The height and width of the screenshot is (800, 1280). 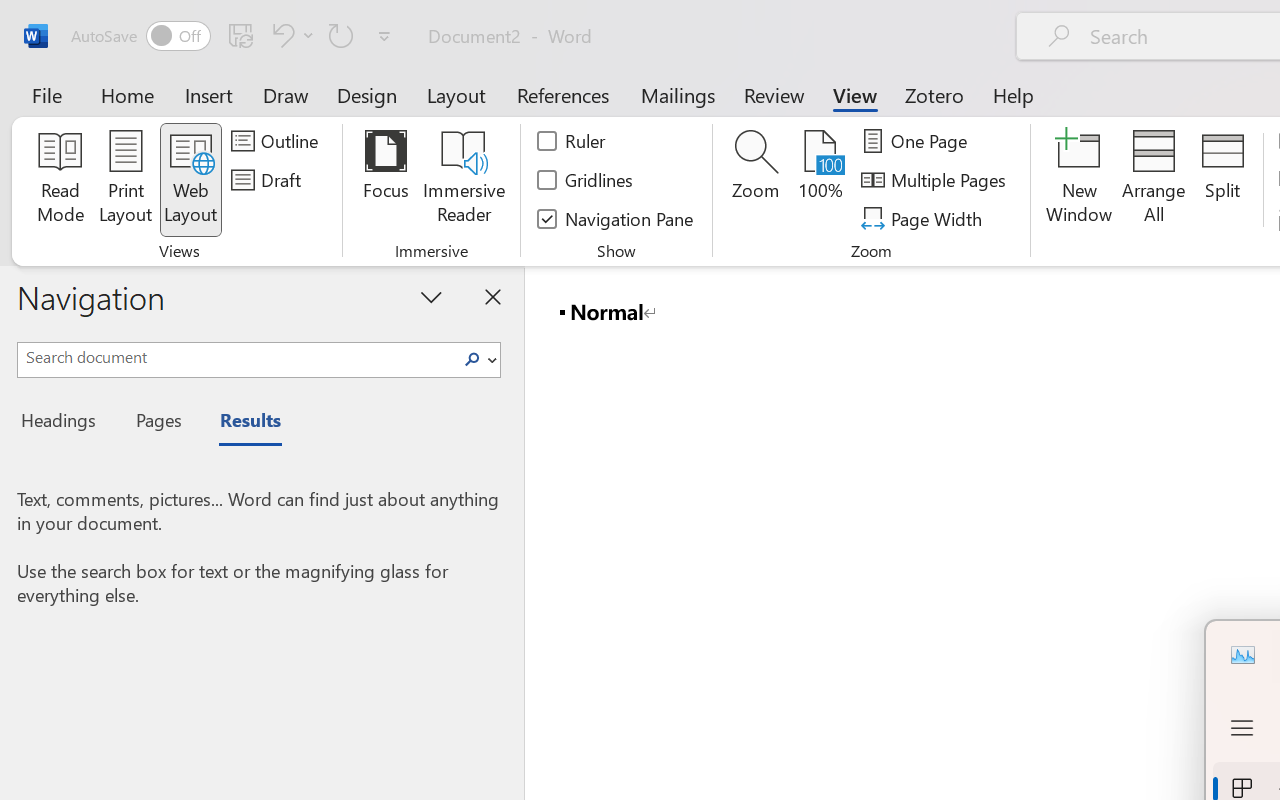 I want to click on 'Gridlines', so click(x=585, y=179).